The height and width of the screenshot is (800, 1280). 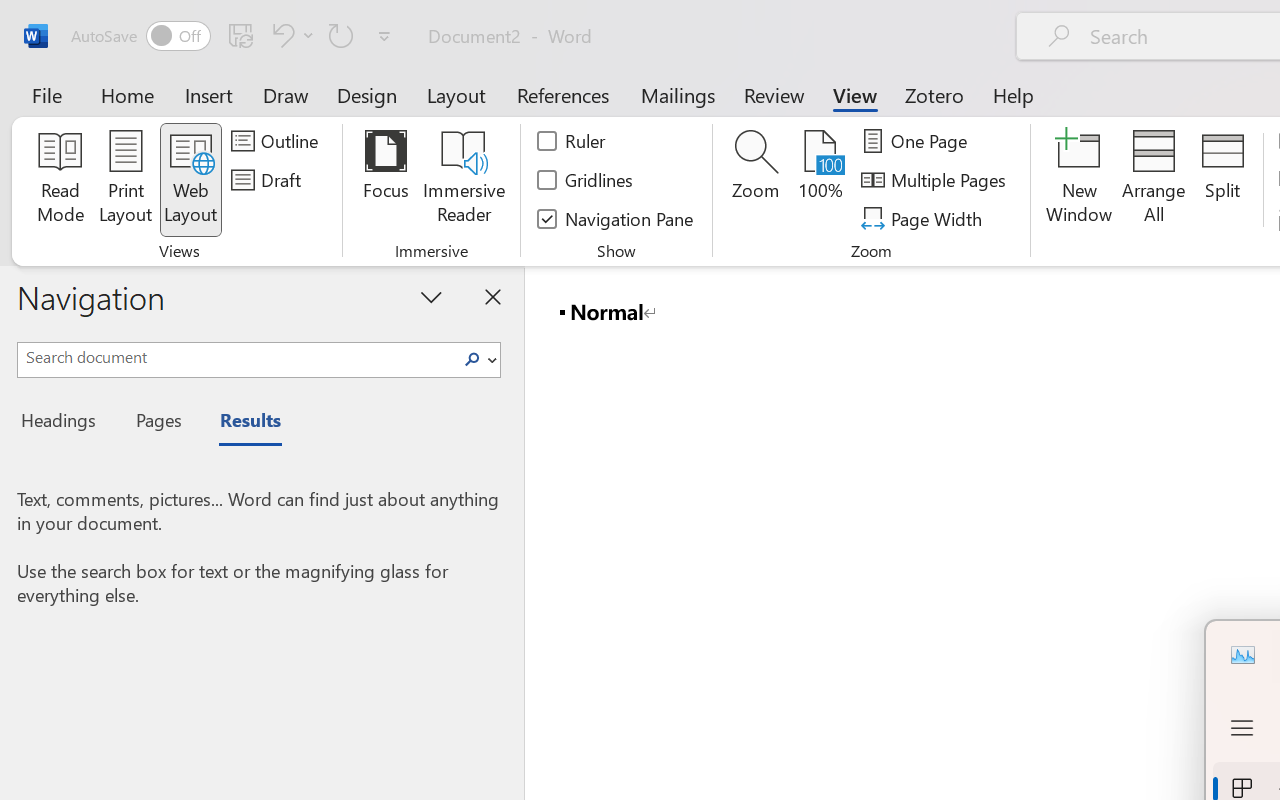 I want to click on 'Gridlines', so click(x=585, y=179).